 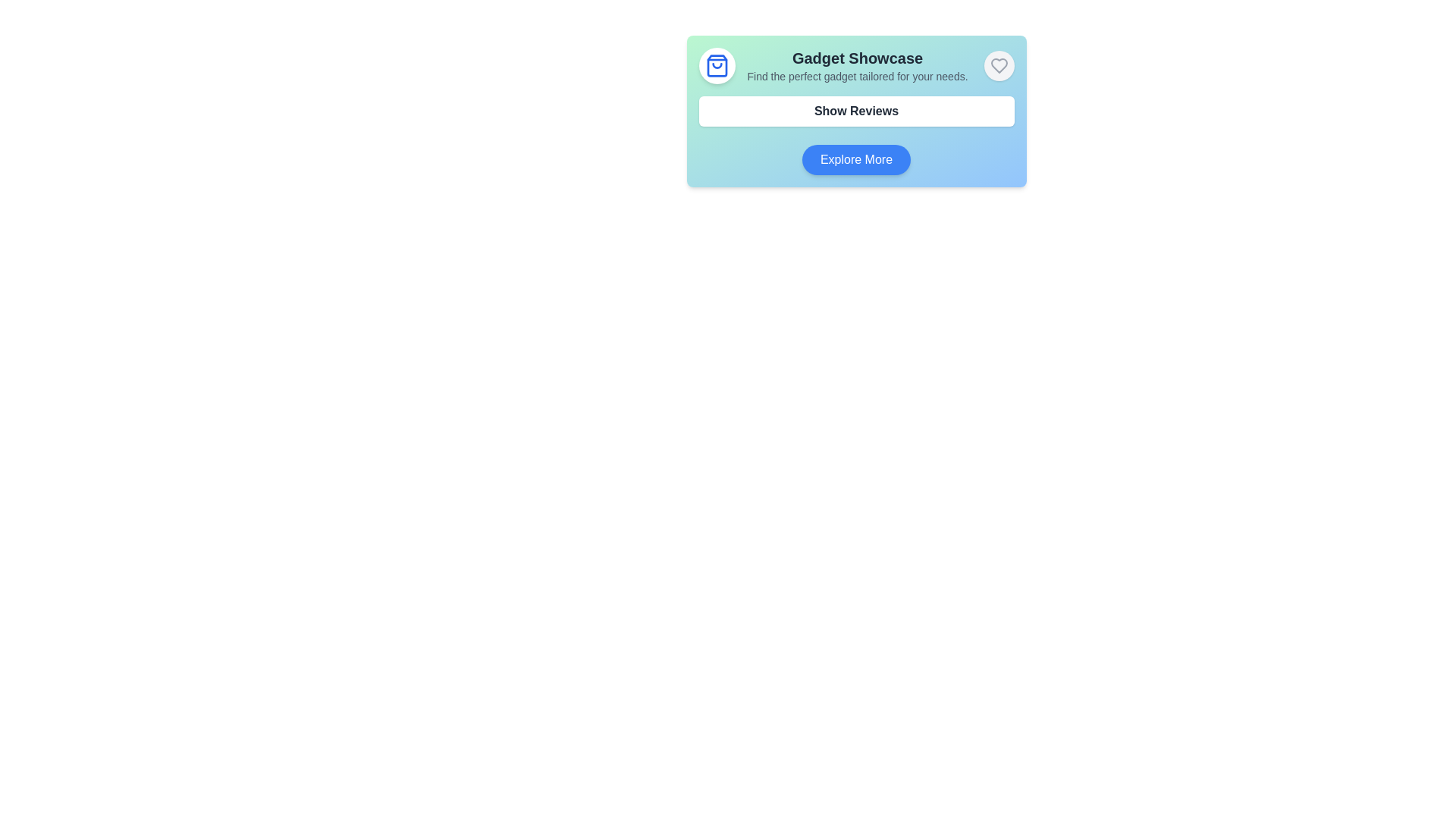 What do you see at coordinates (858, 76) in the screenshot?
I see `the static text element that reads 'Find the perfect gadget tailored for your needs.', located directly beneath the title 'Gadget Showcase'` at bounding box center [858, 76].